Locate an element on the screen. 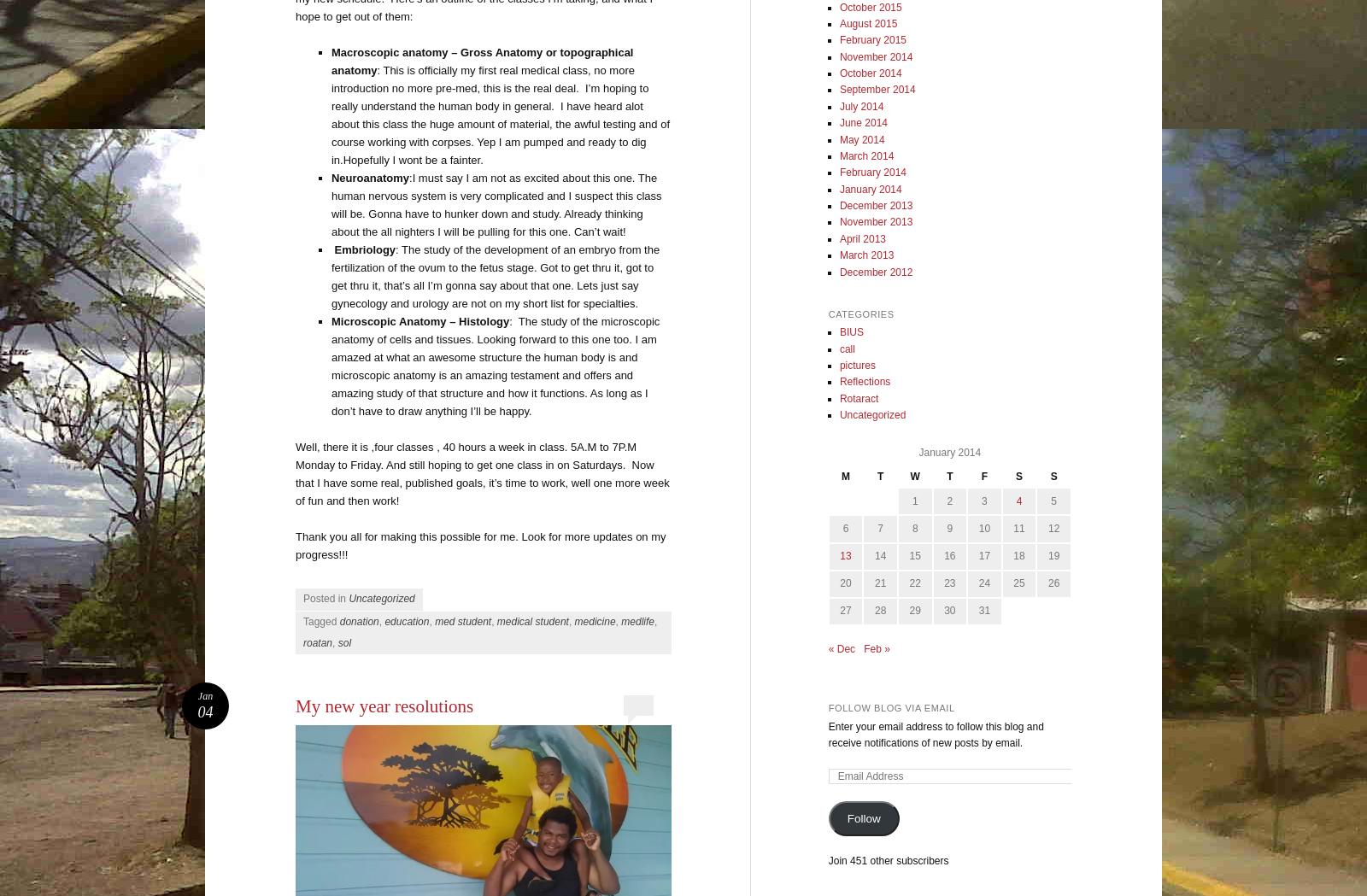 Image resolution: width=1367 pixels, height=896 pixels. '27' is located at coordinates (844, 610).